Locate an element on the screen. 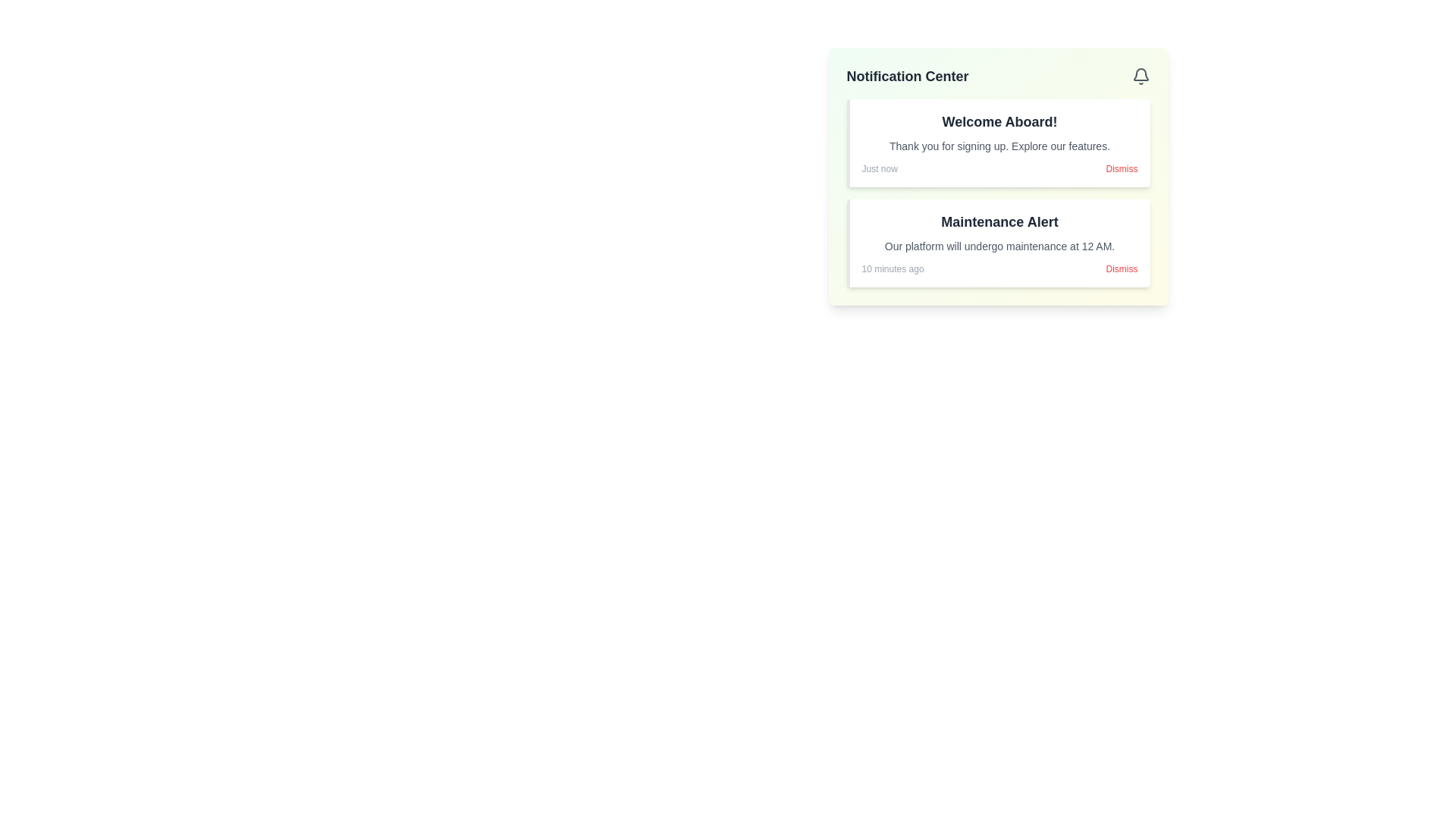 The width and height of the screenshot is (1456, 819). text label displaying 'Welcome Aboard!' which is a bold, dark gray heading positioned at the top center of the notification panel is located at coordinates (999, 121).